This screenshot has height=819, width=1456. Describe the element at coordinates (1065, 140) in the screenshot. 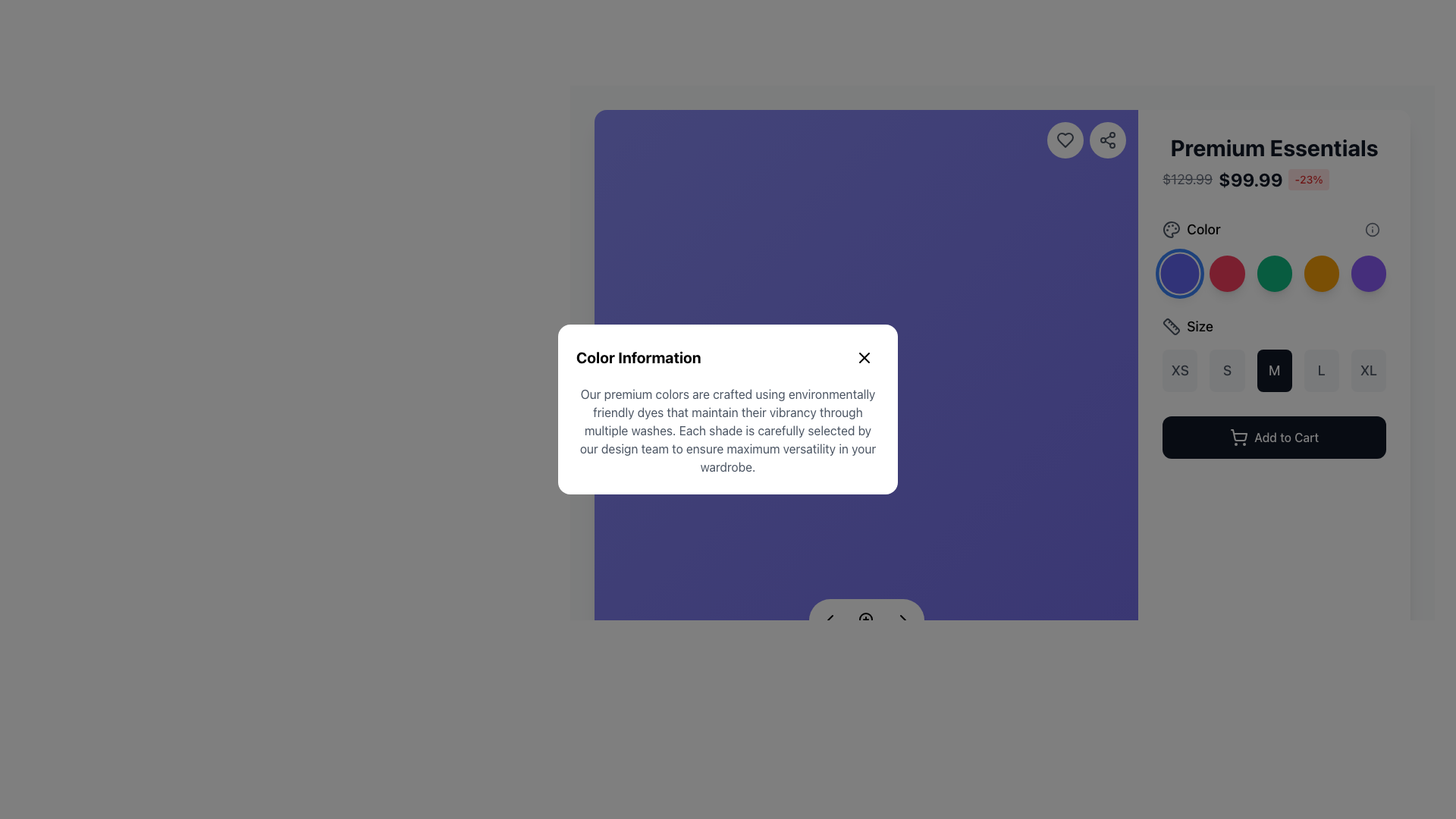

I see `the favorite icon button located in the top-right section of the interface to mark the item as favorite` at that location.